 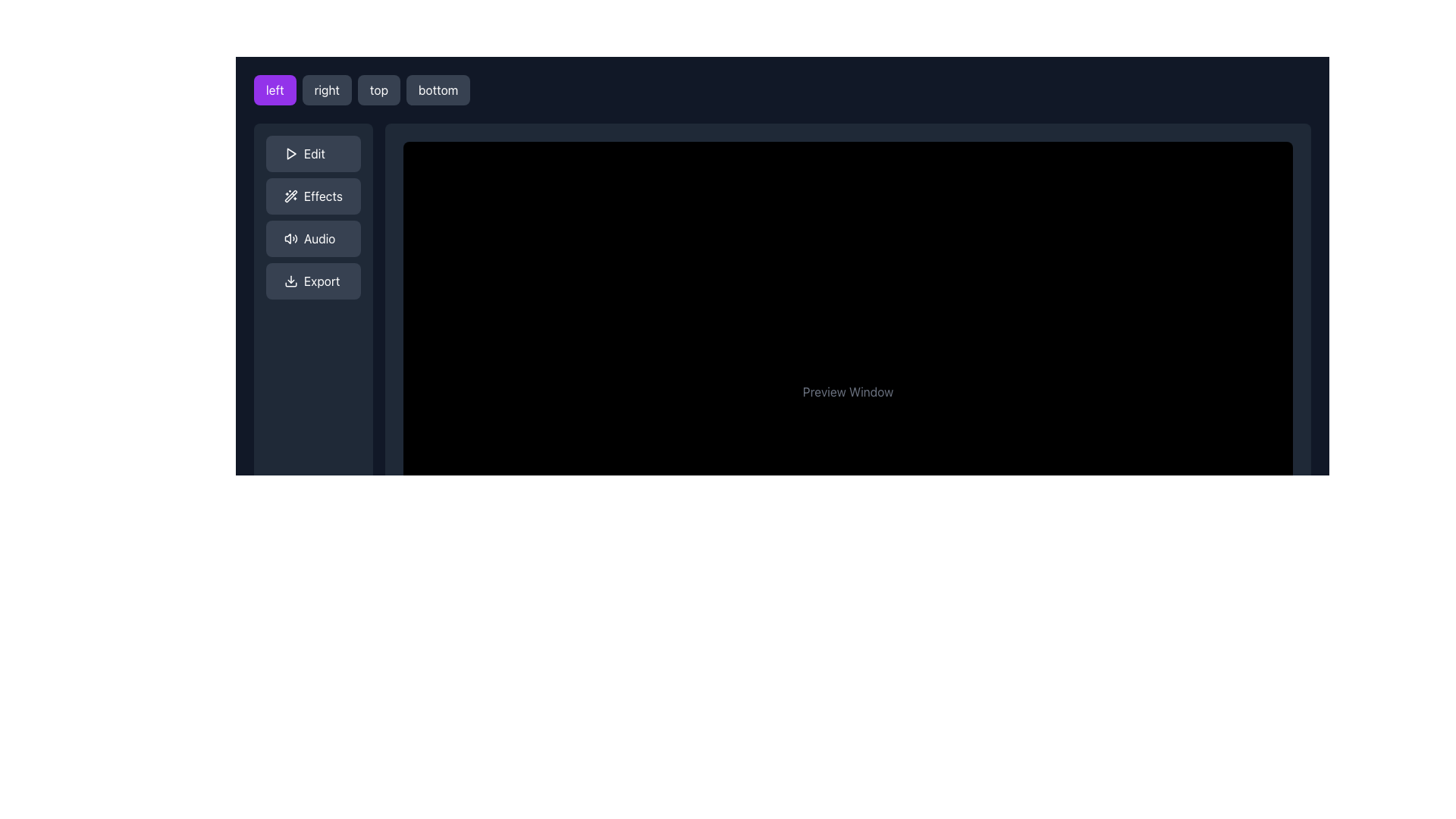 What do you see at coordinates (312, 154) in the screenshot?
I see `the first button in the vertical list on the left panel` at bounding box center [312, 154].